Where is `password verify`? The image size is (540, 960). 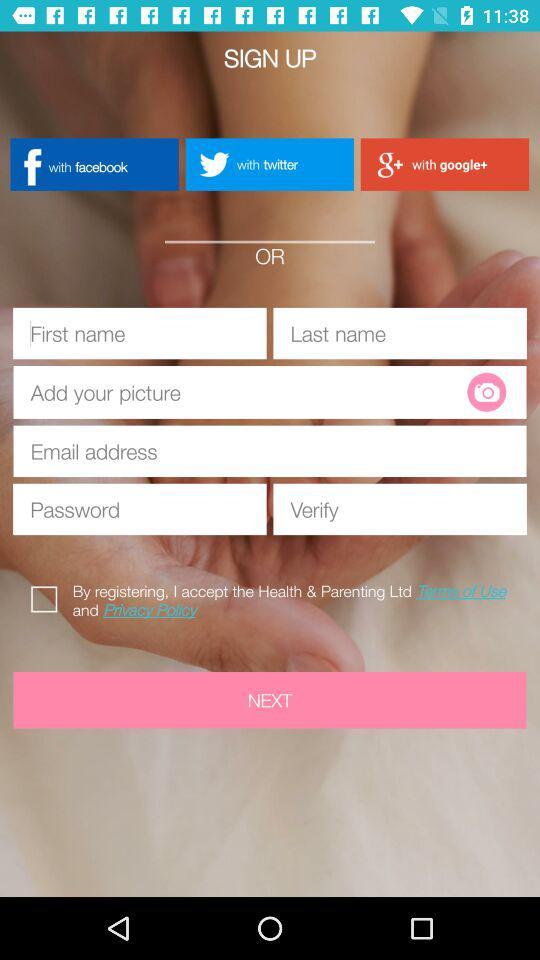 password verify is located at coordinates (400, 508).